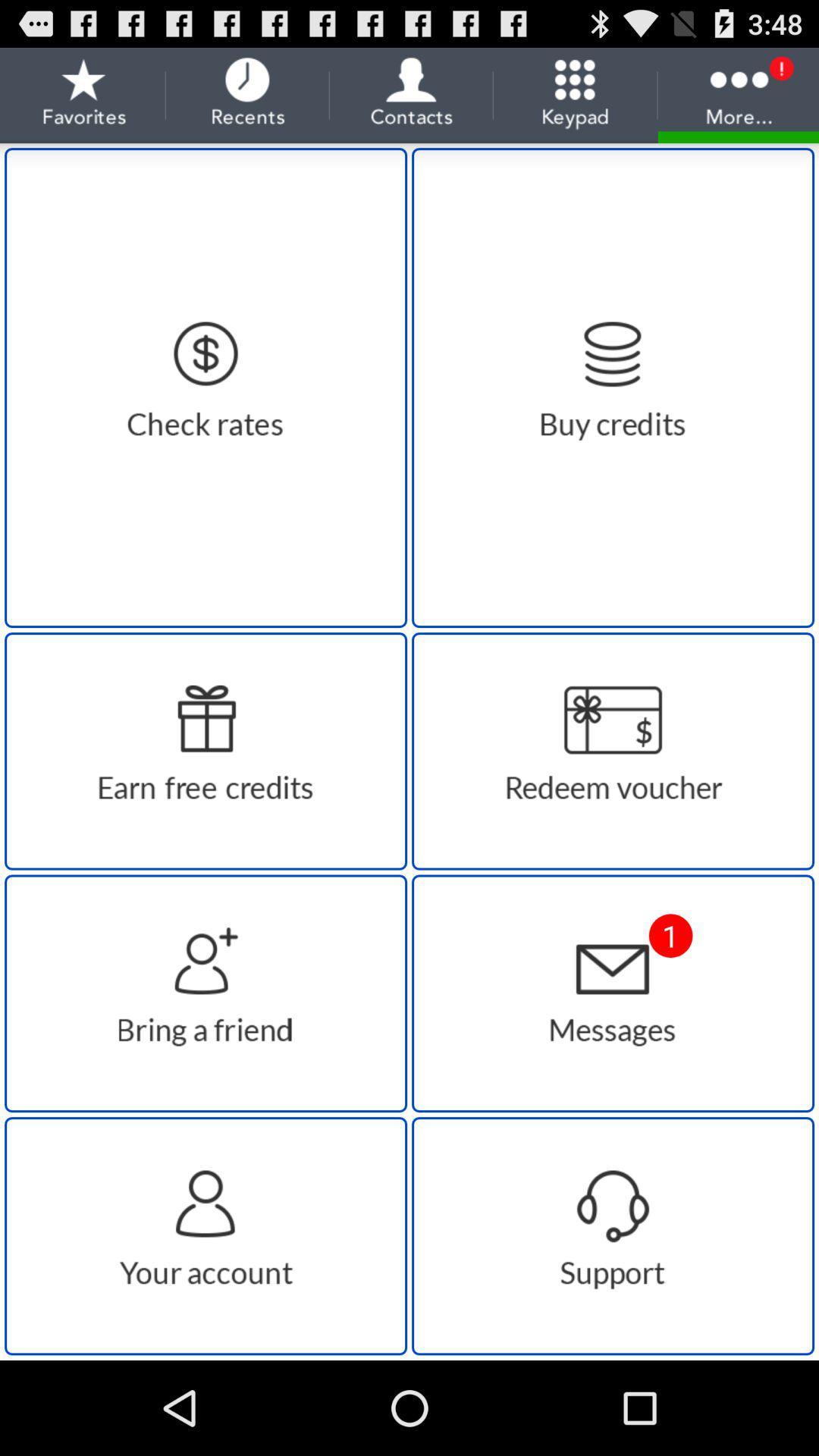  Describe the element at coordinates (206, 1236) in the screenshot. I see `show account information` at that location.